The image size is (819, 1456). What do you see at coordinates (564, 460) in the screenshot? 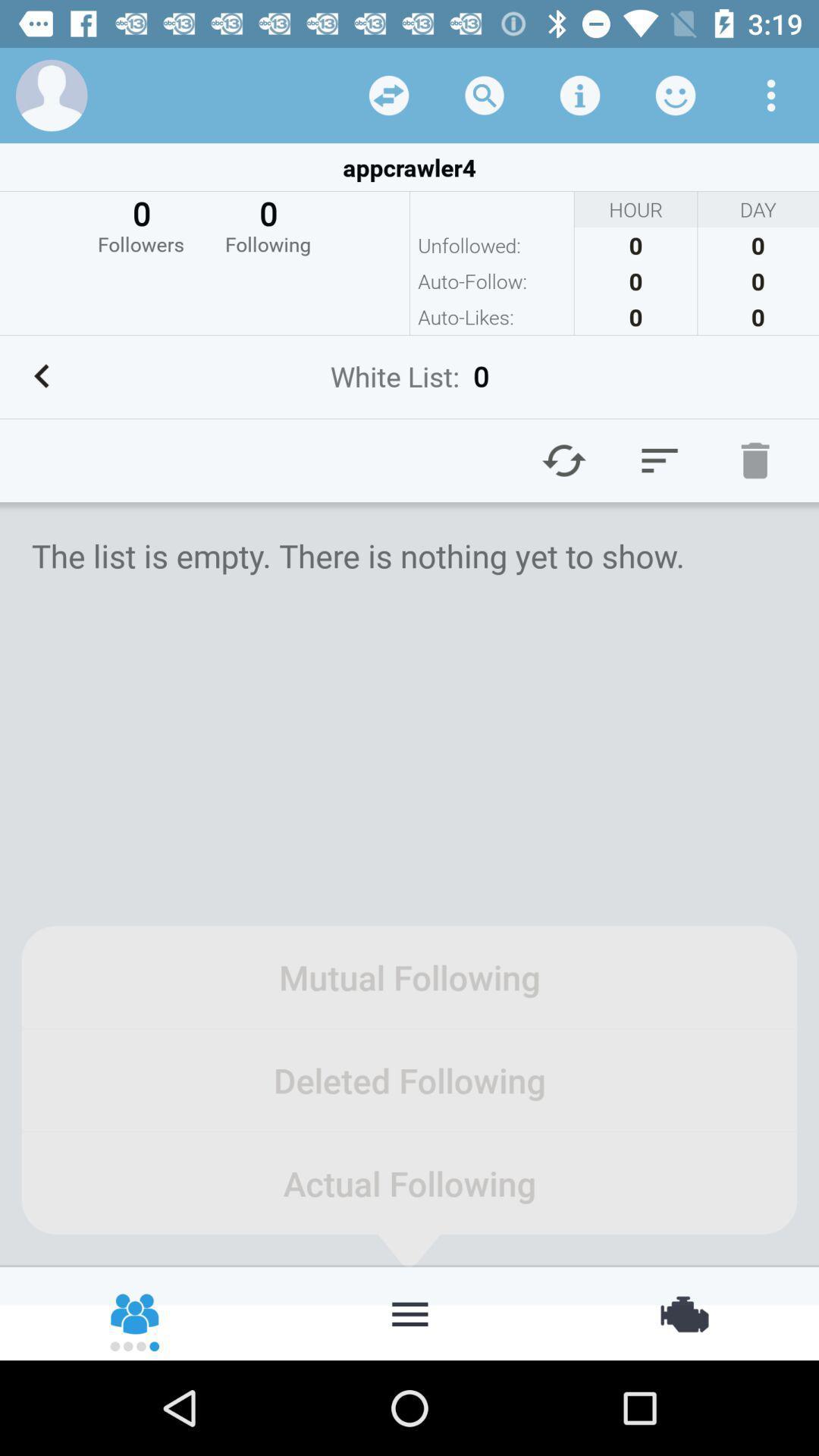
I see `refresh icon` at bounding box center [564, 460].